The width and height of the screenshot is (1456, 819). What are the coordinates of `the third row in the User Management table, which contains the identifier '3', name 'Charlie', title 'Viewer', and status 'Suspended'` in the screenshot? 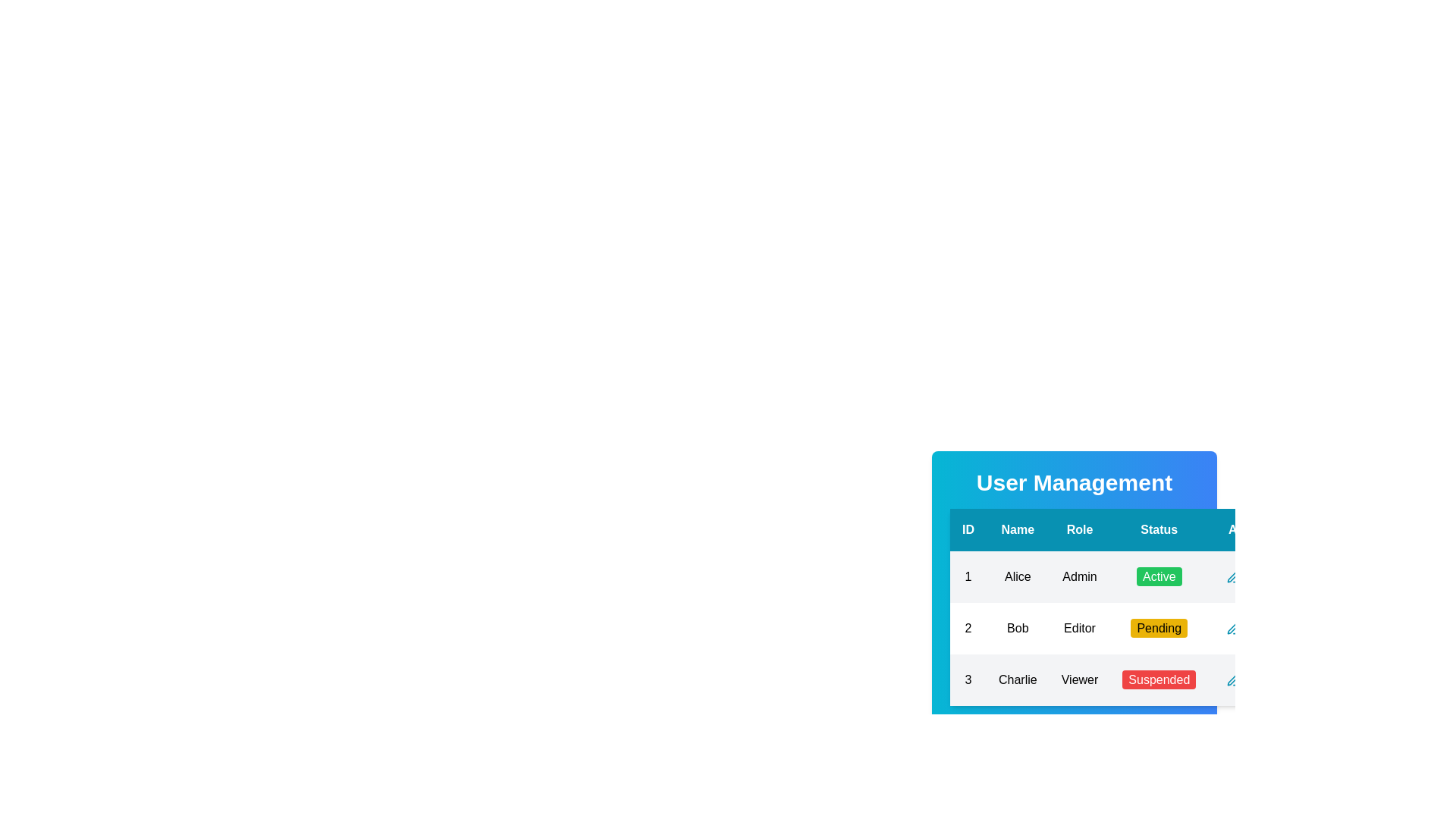 It's located at (1122, 679).